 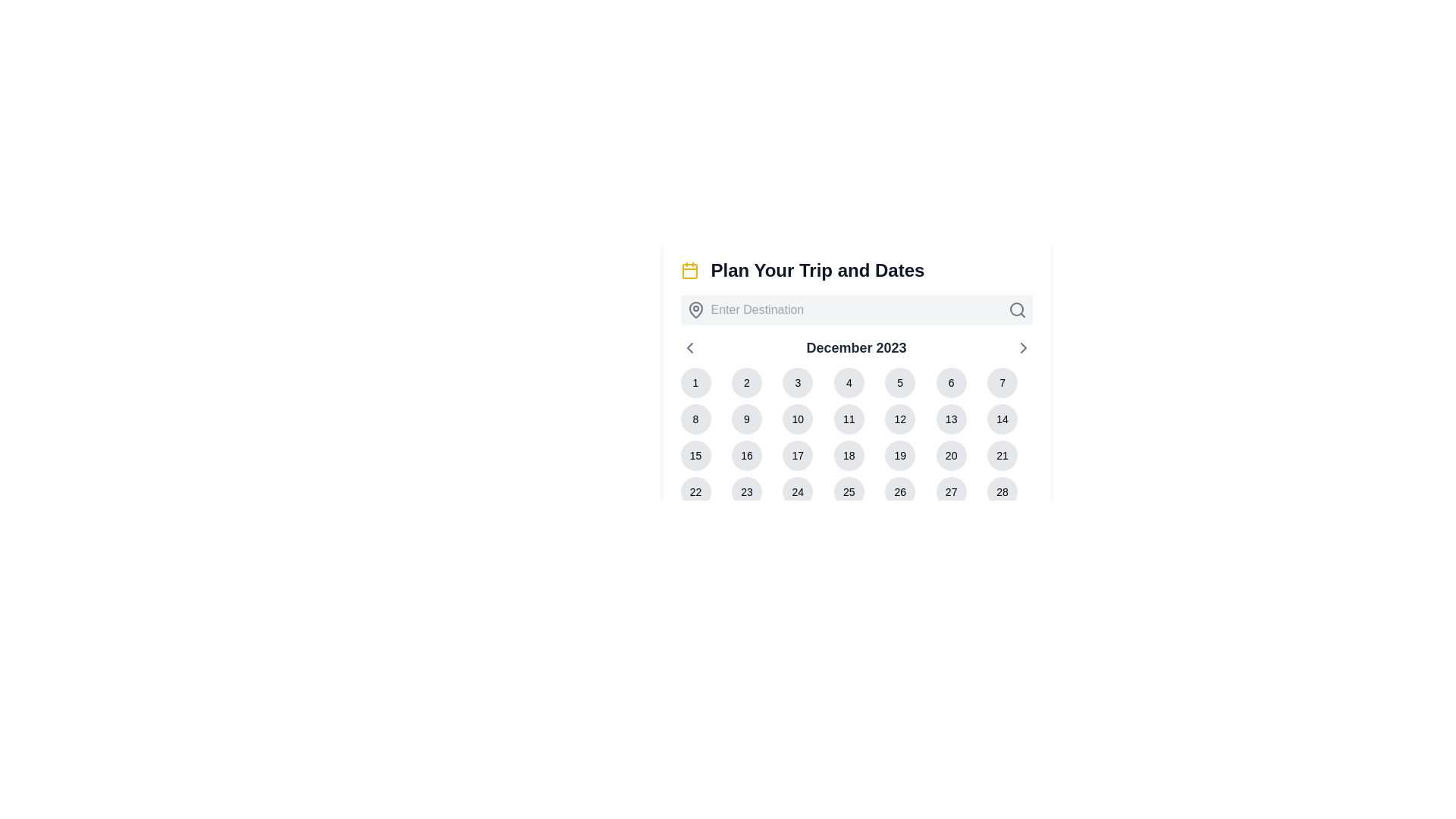 What do you see at coordinates (797, 491) in the screenshot?
I see `the button representing December 24, 2023, in the calendar` at bounding box center [797, 491].